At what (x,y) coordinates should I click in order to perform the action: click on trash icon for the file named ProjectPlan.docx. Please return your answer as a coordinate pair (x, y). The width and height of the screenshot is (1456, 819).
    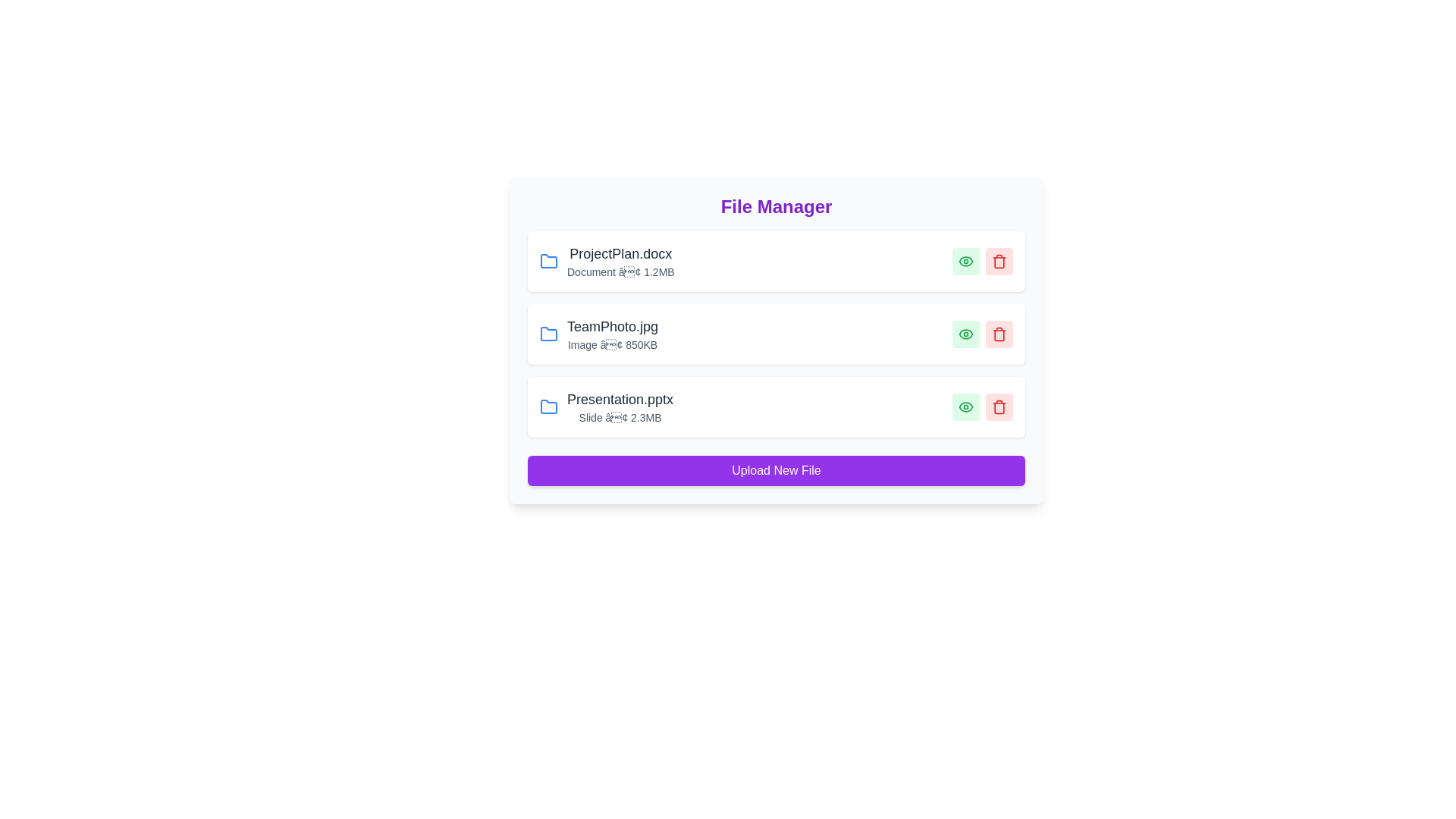
    Looking at the image, I should click on (999, 260).